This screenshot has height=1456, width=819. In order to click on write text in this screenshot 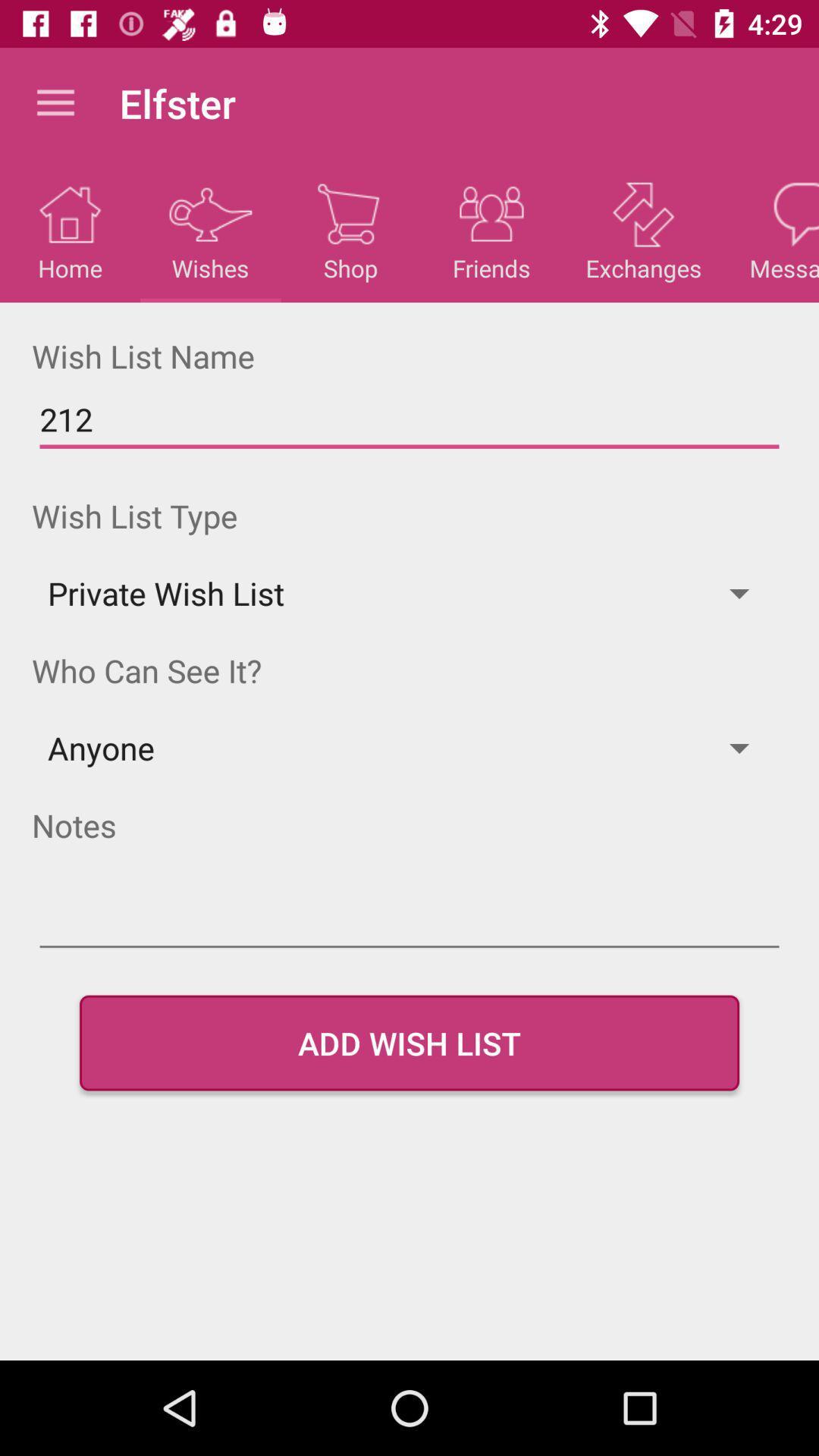, I will do `click(409, 920)`.